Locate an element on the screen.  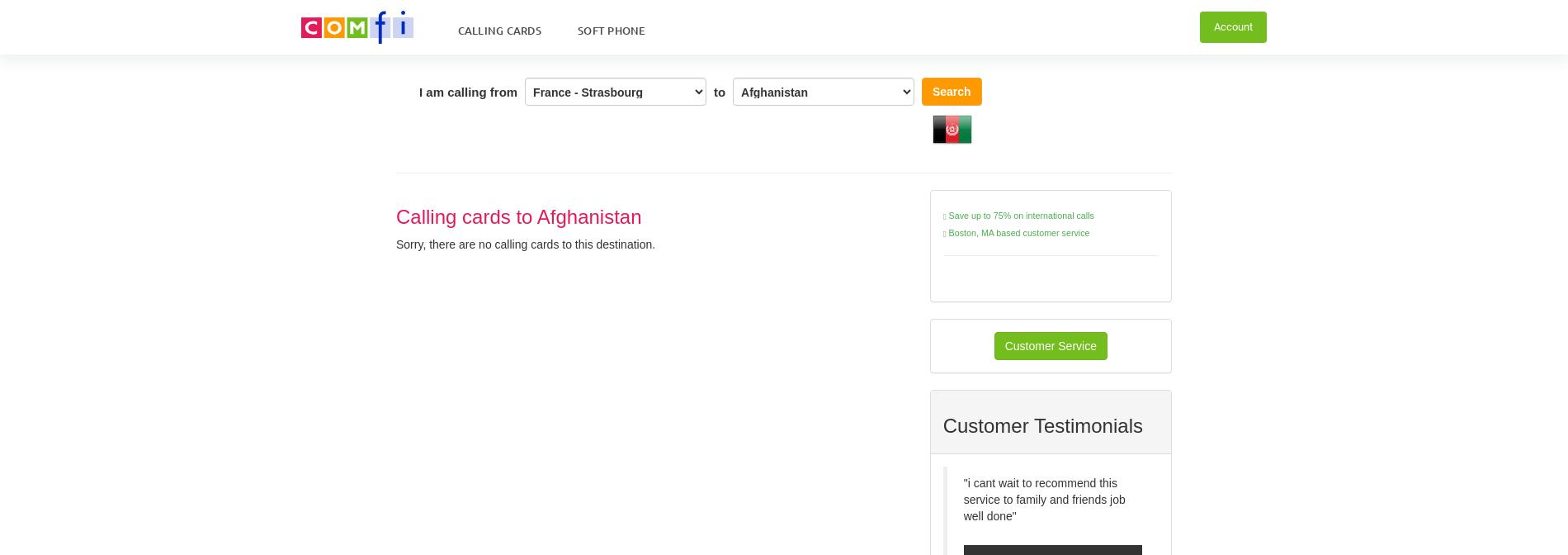
'I am calling from' is located at coordinates (468, 91).